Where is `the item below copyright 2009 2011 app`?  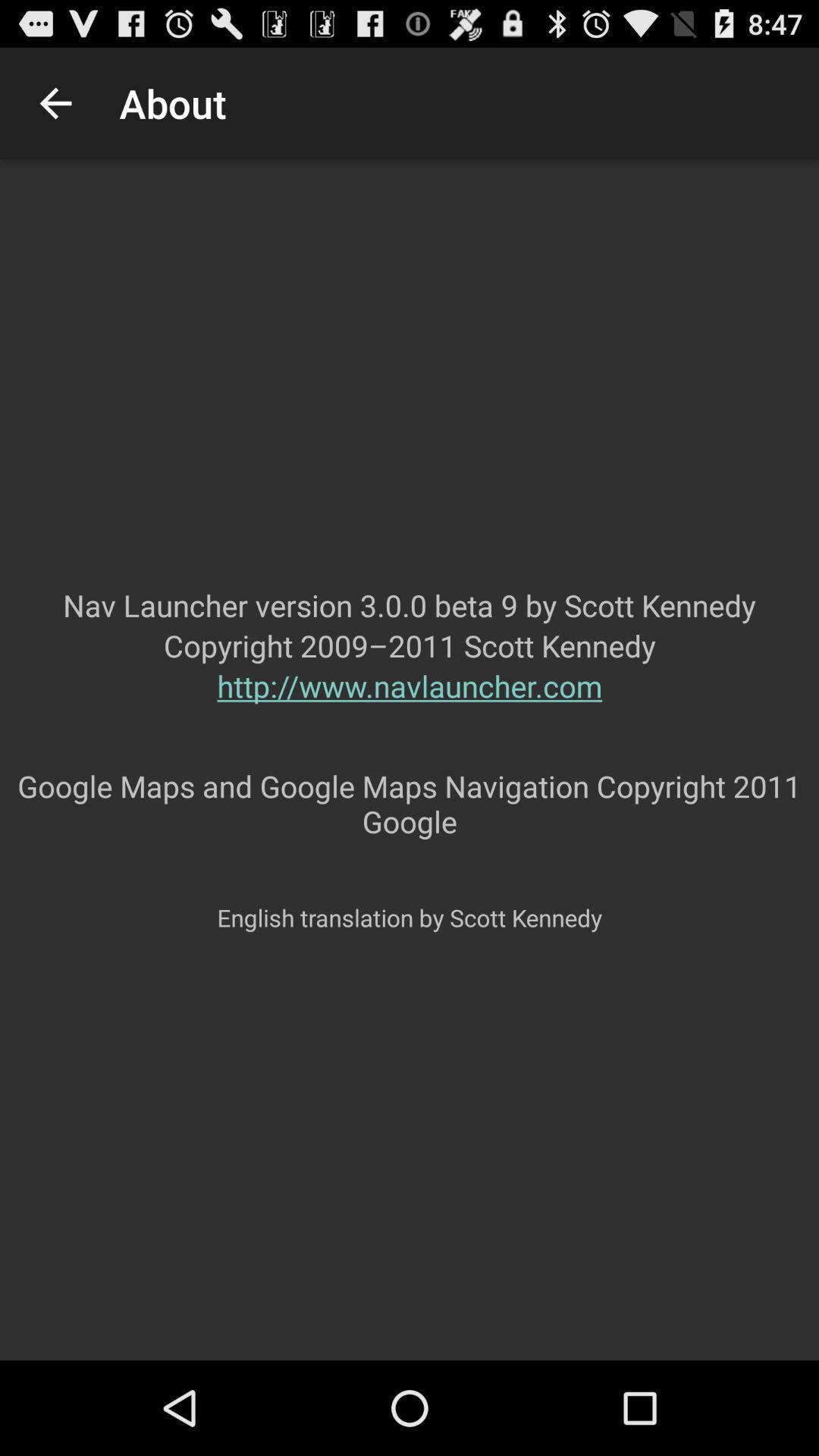 the item below copyright 2009 2011 app is located at coordinates (409, 715).